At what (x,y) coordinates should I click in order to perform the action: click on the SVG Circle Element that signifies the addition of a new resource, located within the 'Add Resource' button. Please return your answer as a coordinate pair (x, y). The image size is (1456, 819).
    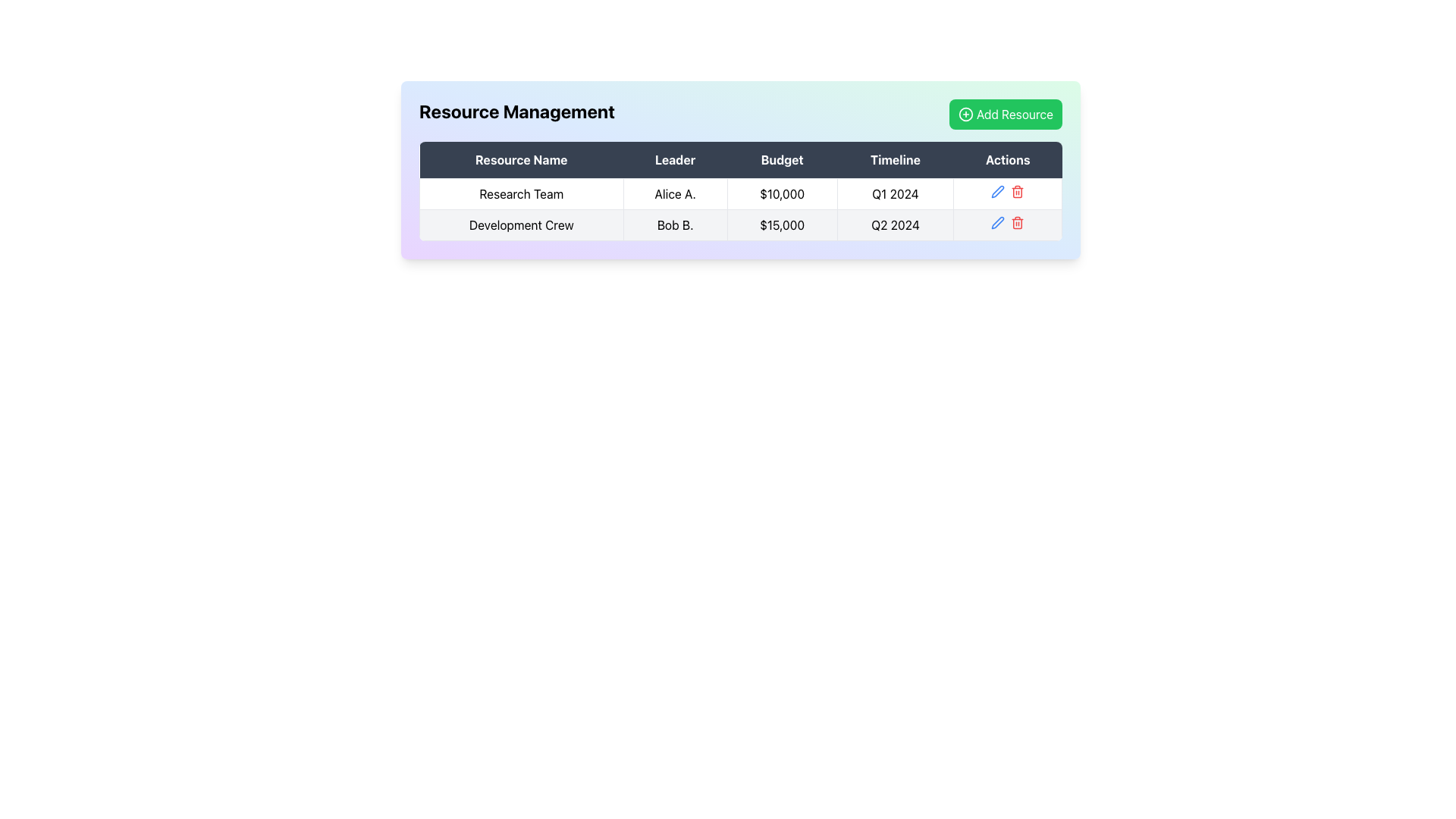
    Looking at the image, I should click on (965, 113).